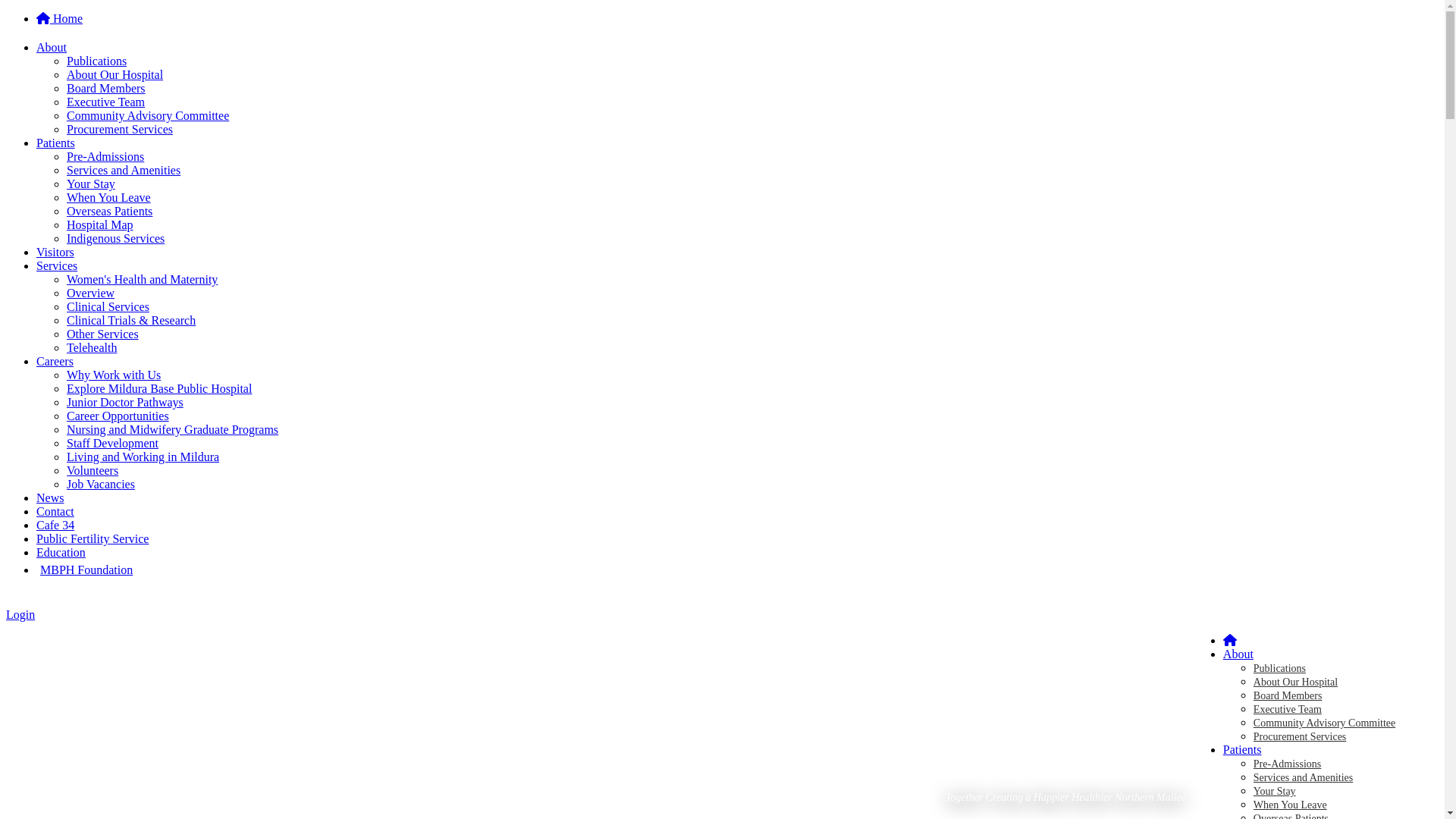 The width and height of the screenshot is (1456, 819). Describe the element at coordinates (148, 115) in the screenshot. I see `'Community Advisory Committee'` at that location.